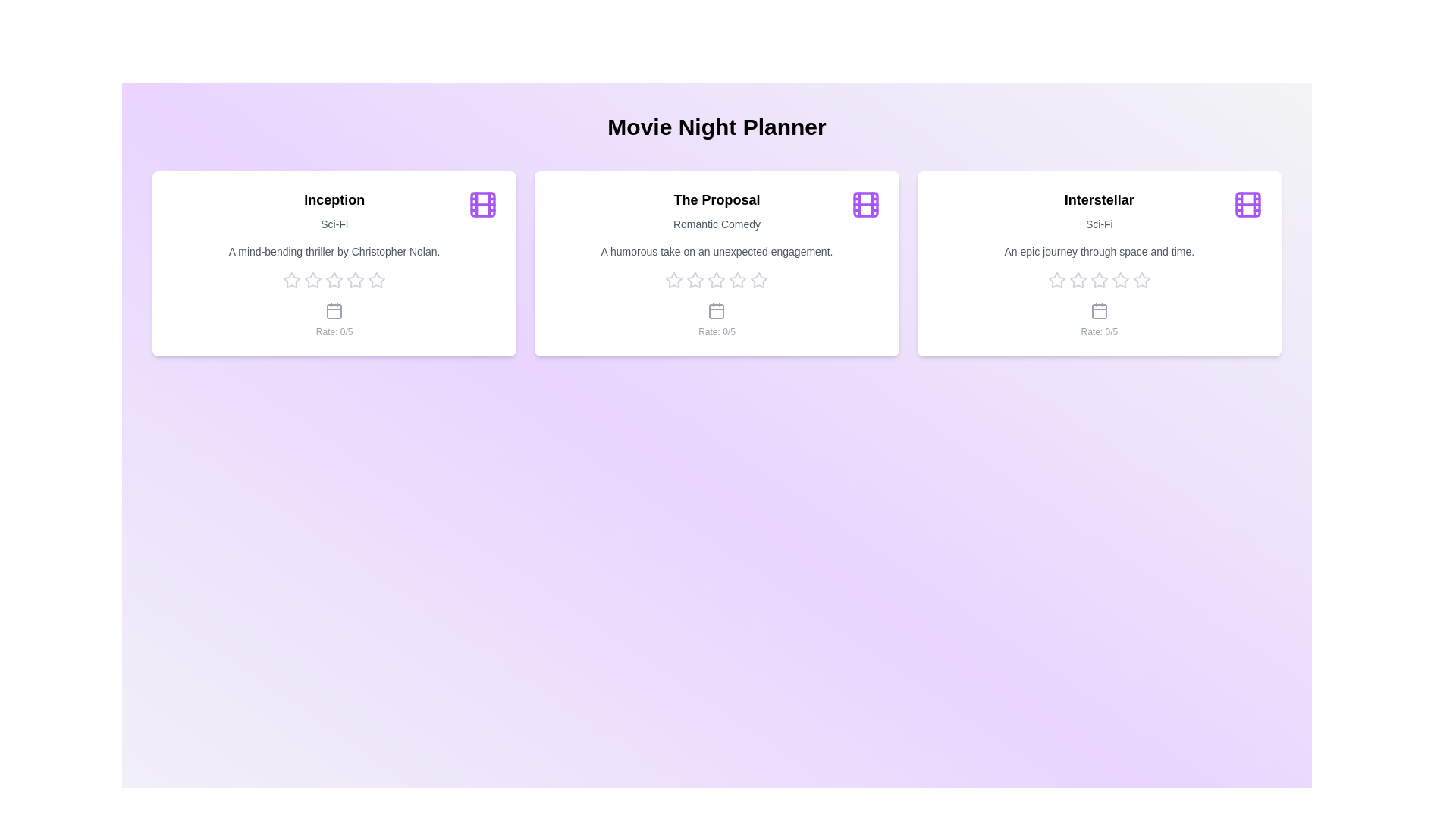  Describe the element at coordinates (1099, 309) in the screenshot. I see `the calendar icon for the movie card Interstellar` at that location.